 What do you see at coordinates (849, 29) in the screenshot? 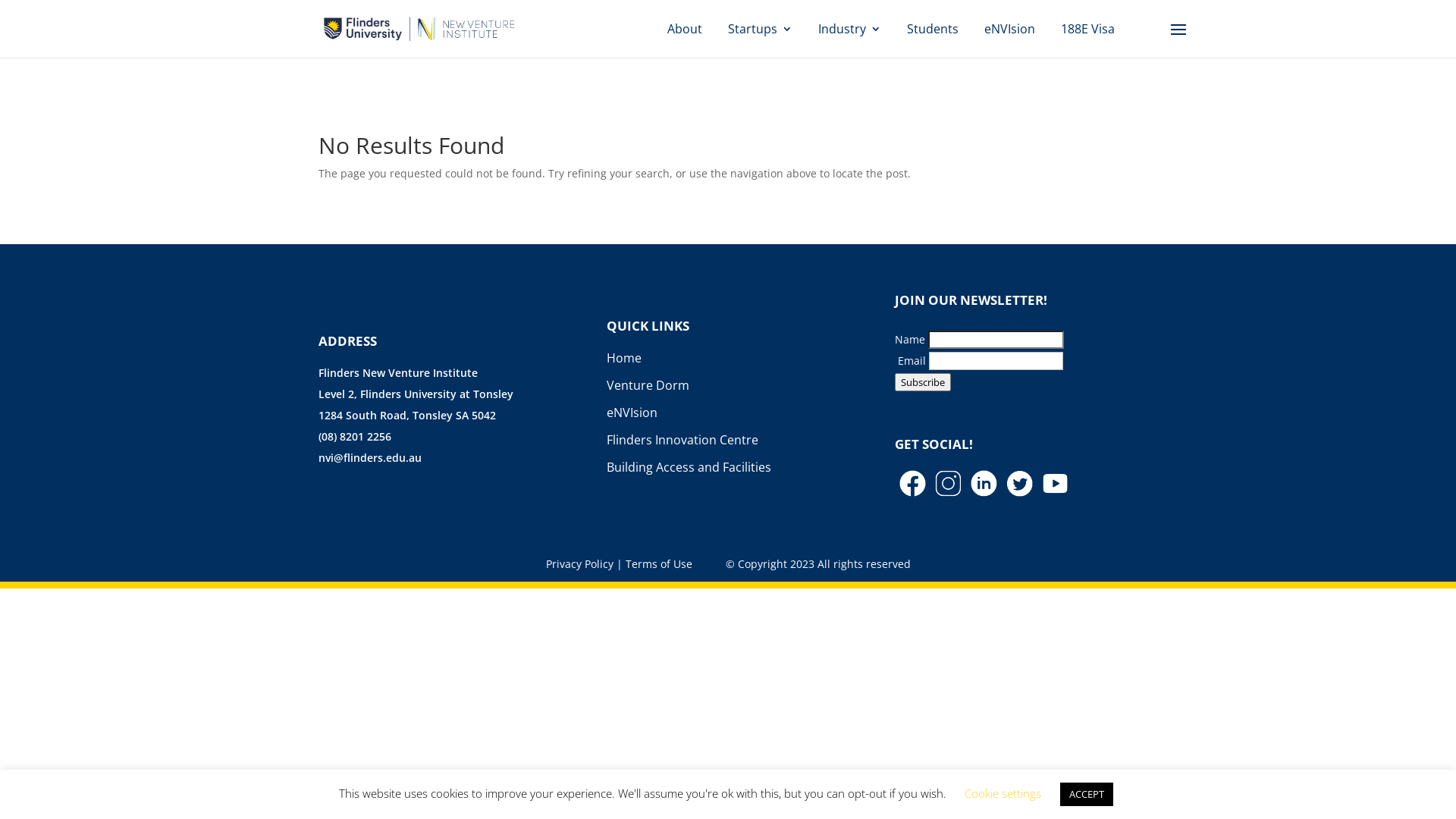
I see `'Industry'` at bounding box center [849, 29].